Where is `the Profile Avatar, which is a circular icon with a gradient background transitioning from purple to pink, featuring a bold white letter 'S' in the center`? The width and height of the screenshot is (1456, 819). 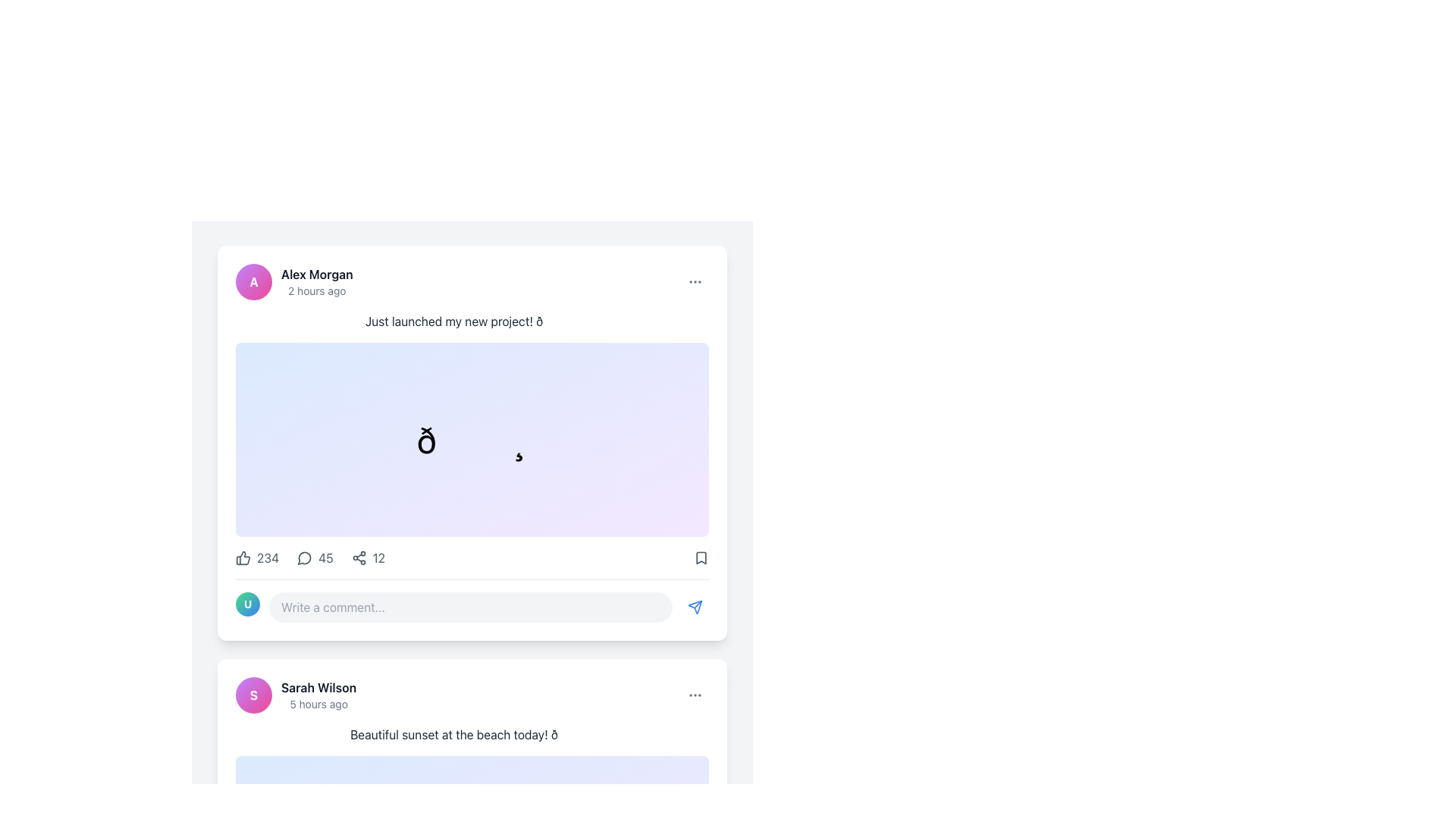
the Profile Avatar, which is a circular icon with a gradient background transitioning from purple to pink, featuring a bold white letter 'S' in the center is located at coordinates (254, 695).